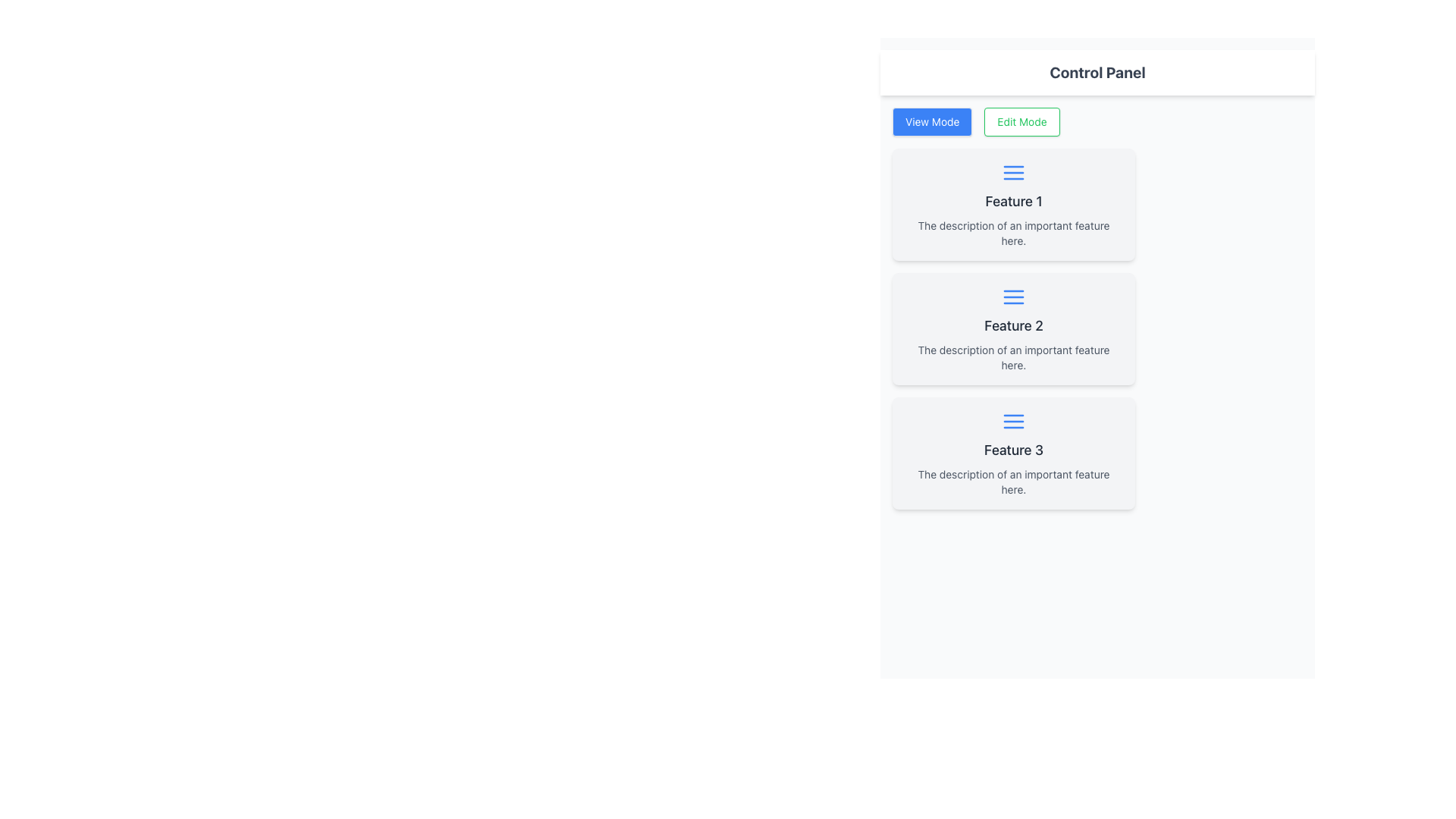 The width and height of the screenshot is (1456, 819). I want to click on the header text element that indicates the current application area, centrally located at the top of the interface, so click(1097, 73).